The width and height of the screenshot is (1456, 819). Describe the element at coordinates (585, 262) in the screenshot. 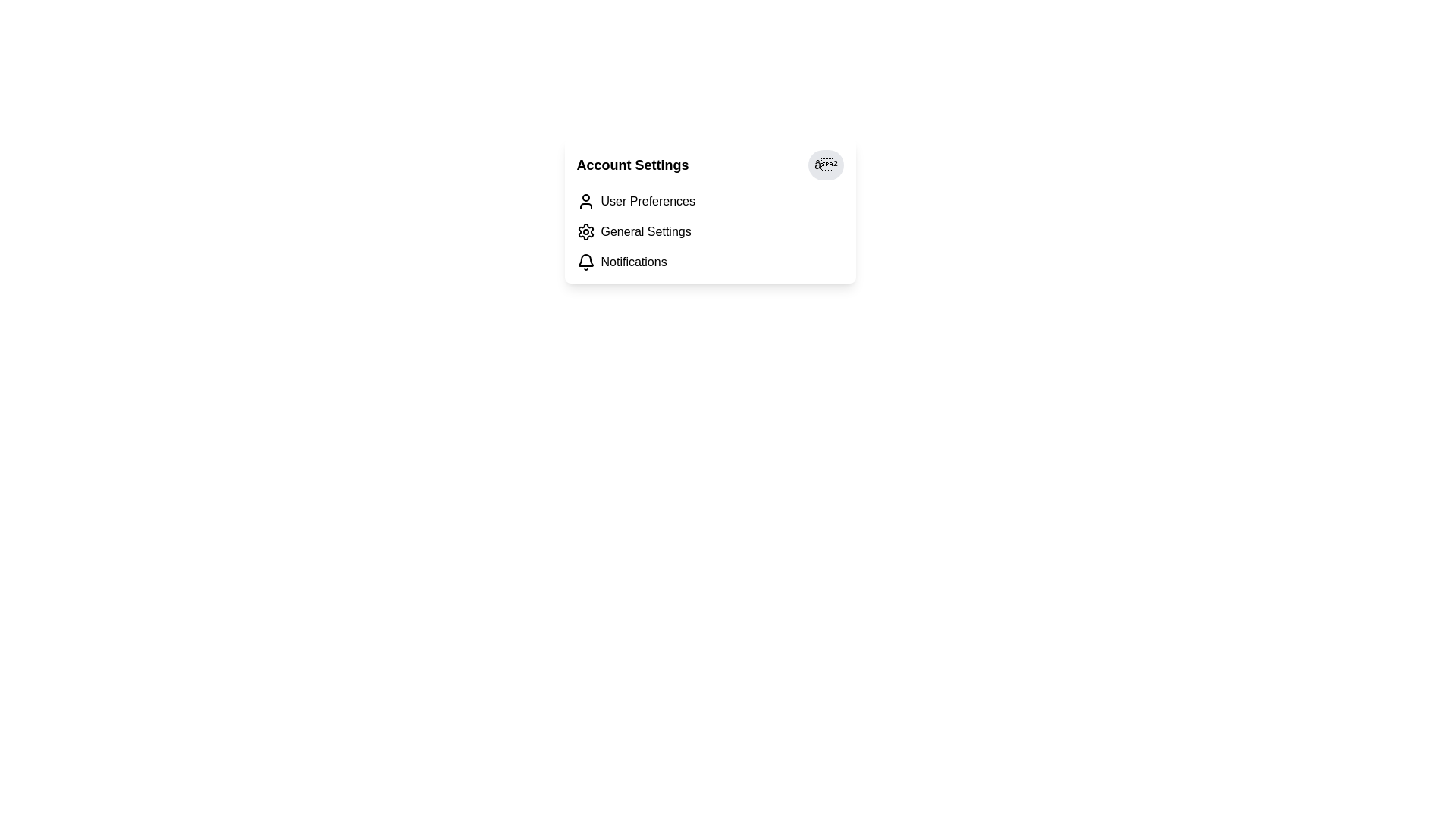

I see `the outlined bell-shaped icon representing notifications located to the left of the 'Notifications' text in the 'Account Settings' menu` at that location.